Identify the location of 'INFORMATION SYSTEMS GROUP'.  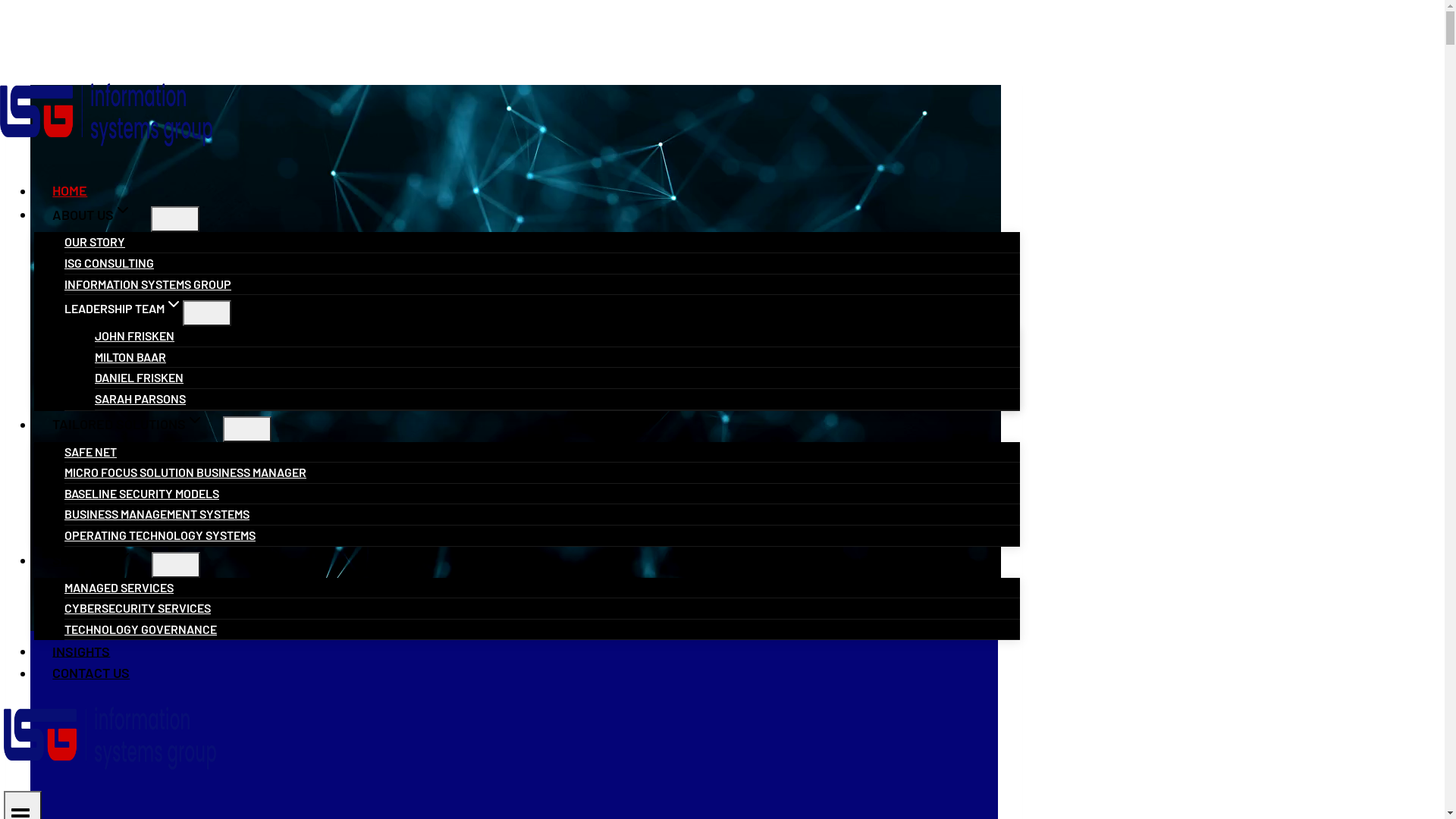
(148, 284).